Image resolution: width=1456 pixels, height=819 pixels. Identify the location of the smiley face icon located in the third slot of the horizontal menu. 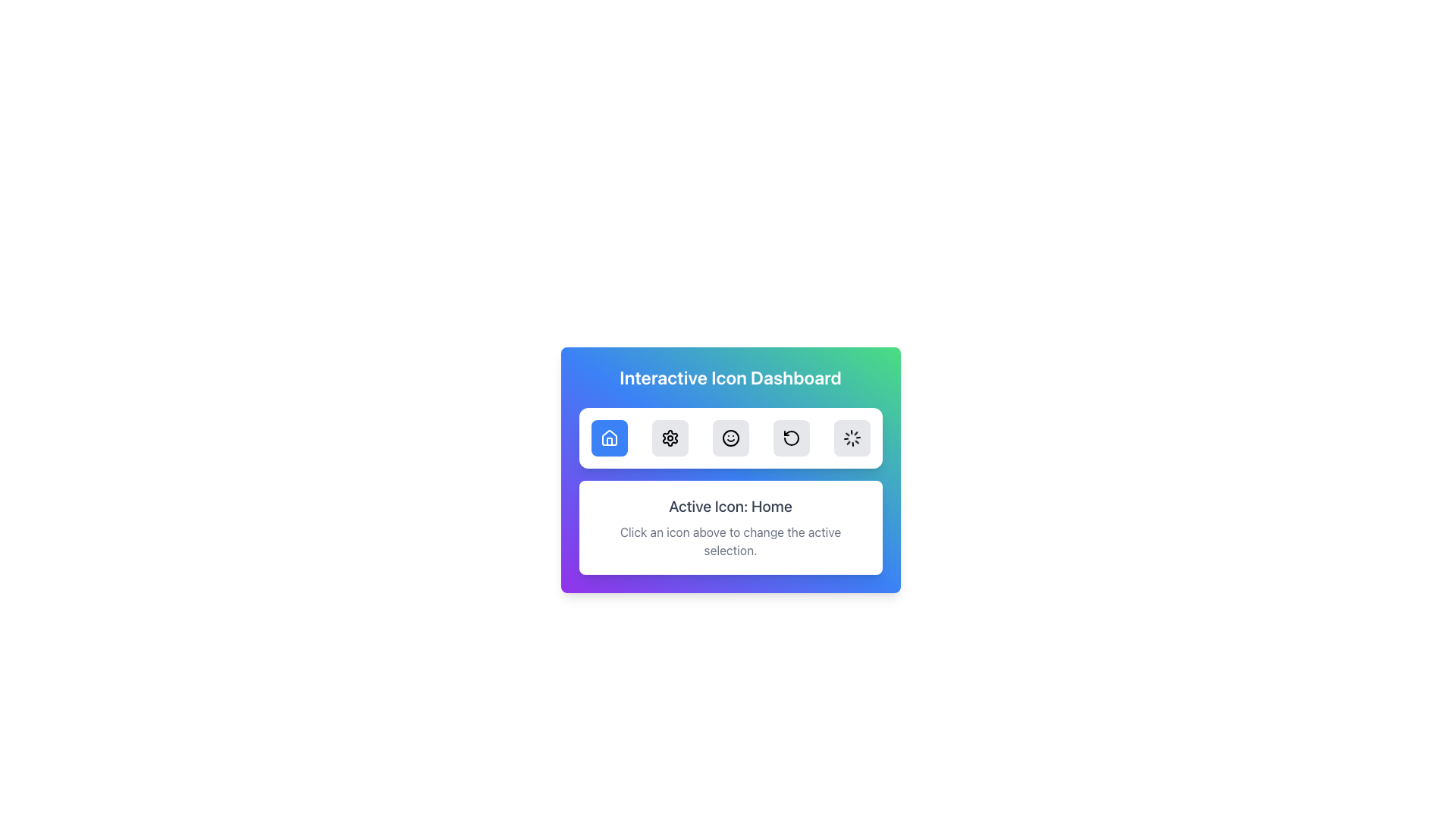
(730, 438).